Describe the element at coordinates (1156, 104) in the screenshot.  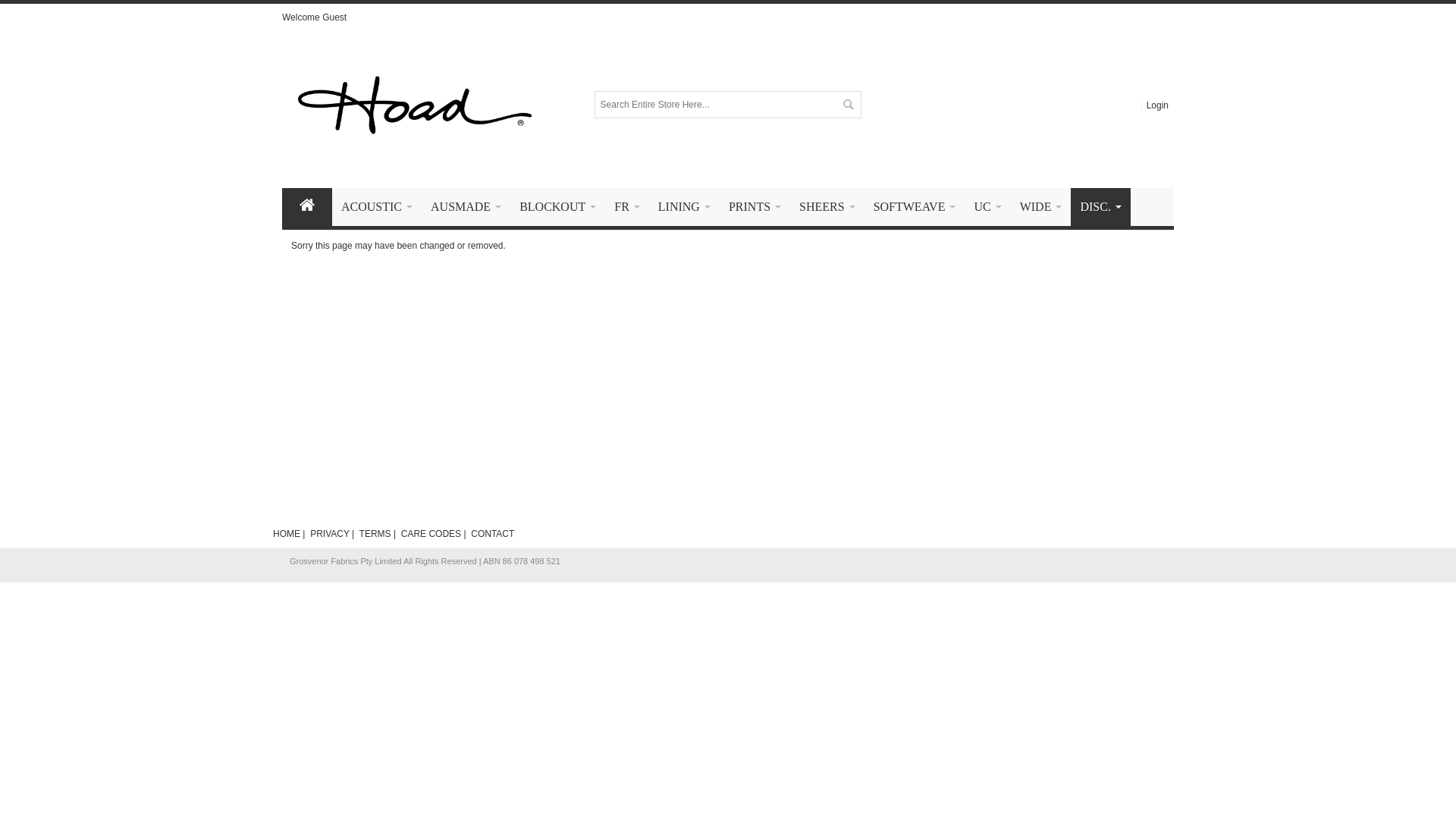
I see `'Login'` at that location.